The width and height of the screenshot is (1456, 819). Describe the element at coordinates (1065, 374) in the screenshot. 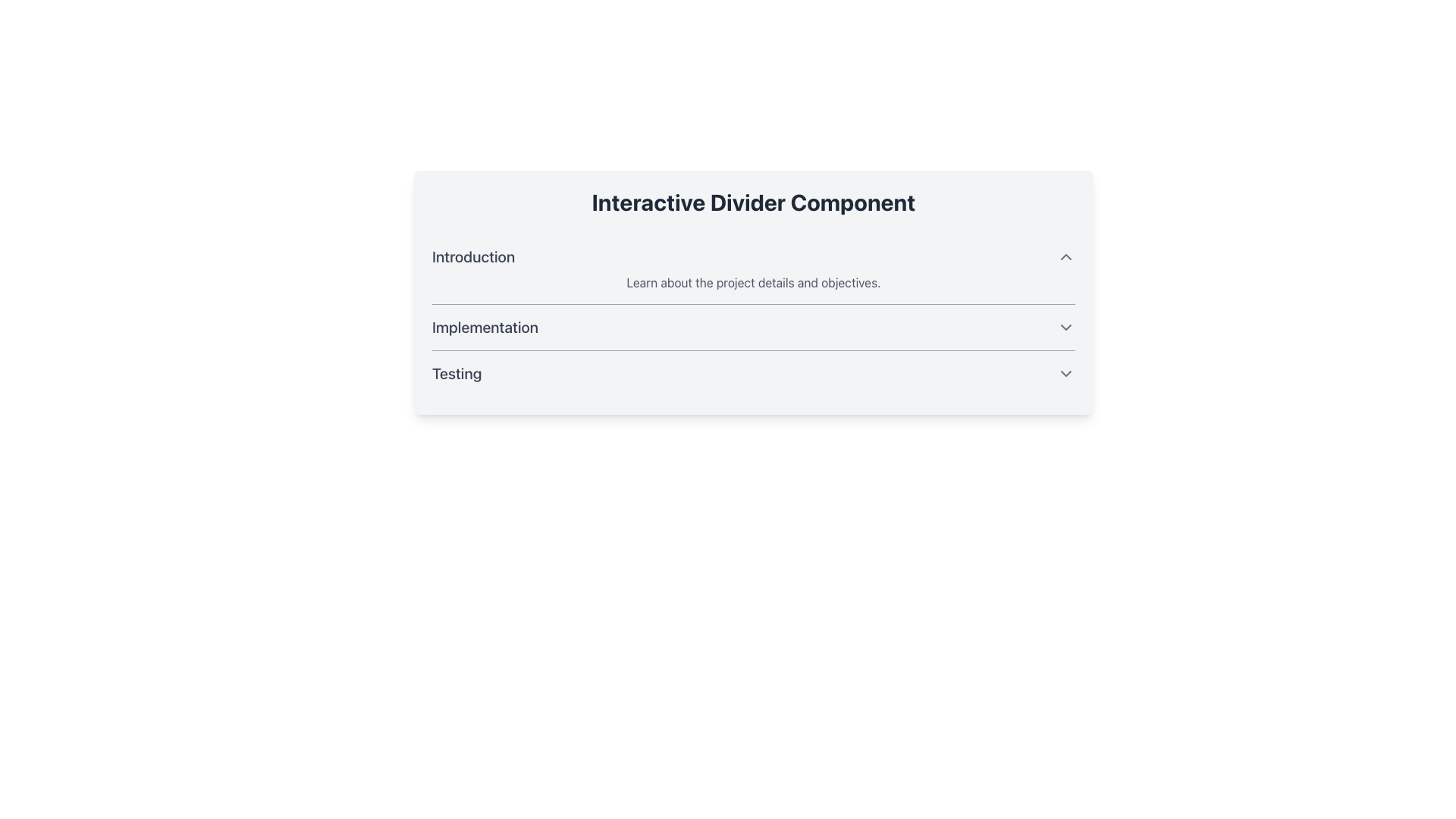

I see `the Chevron Toggle icon located at the far right of the 'Testing' section to observe any visual effects` at that location.